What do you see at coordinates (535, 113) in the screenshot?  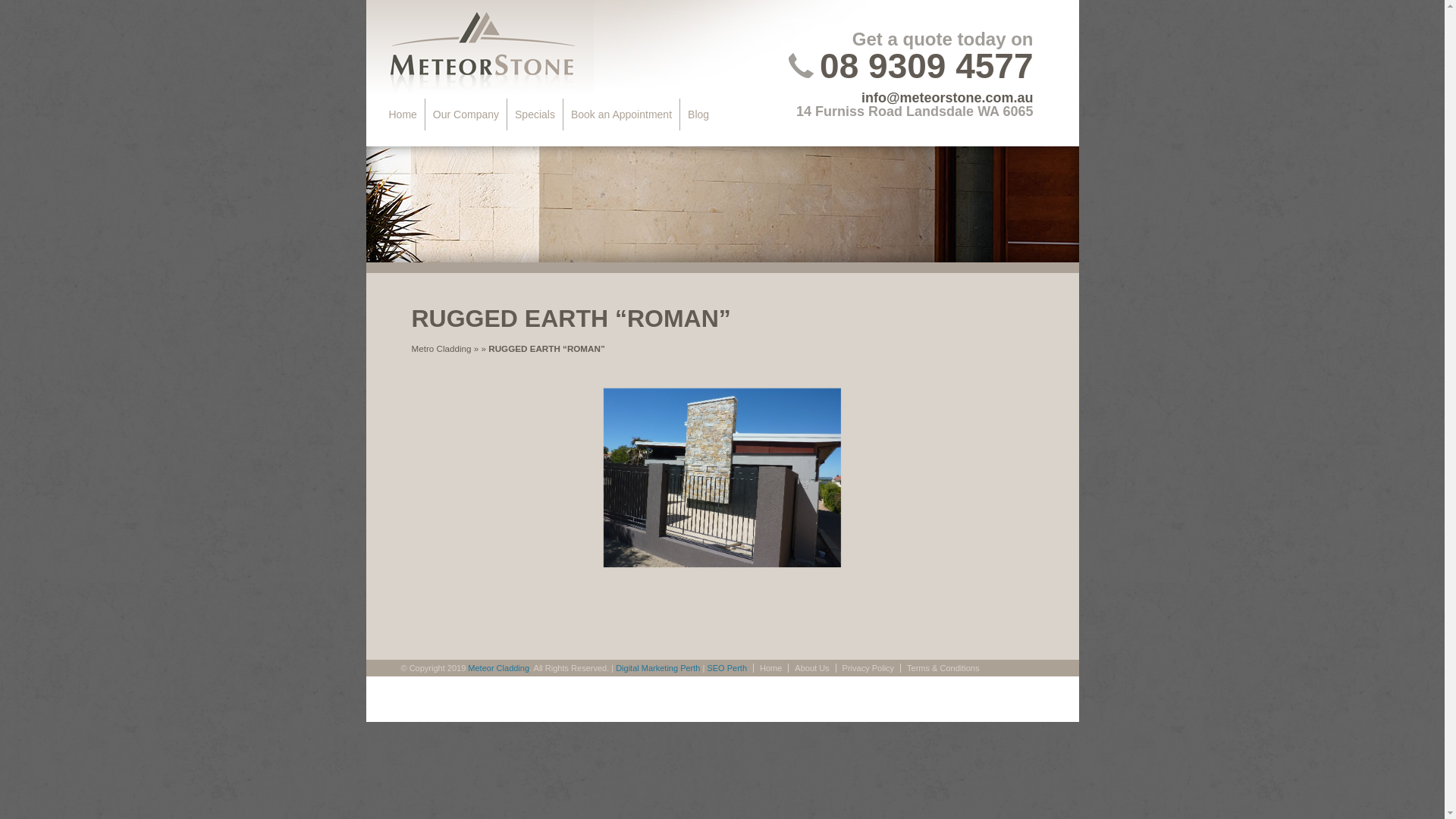 I see `'Specials'` at bounding box center [535, 113].